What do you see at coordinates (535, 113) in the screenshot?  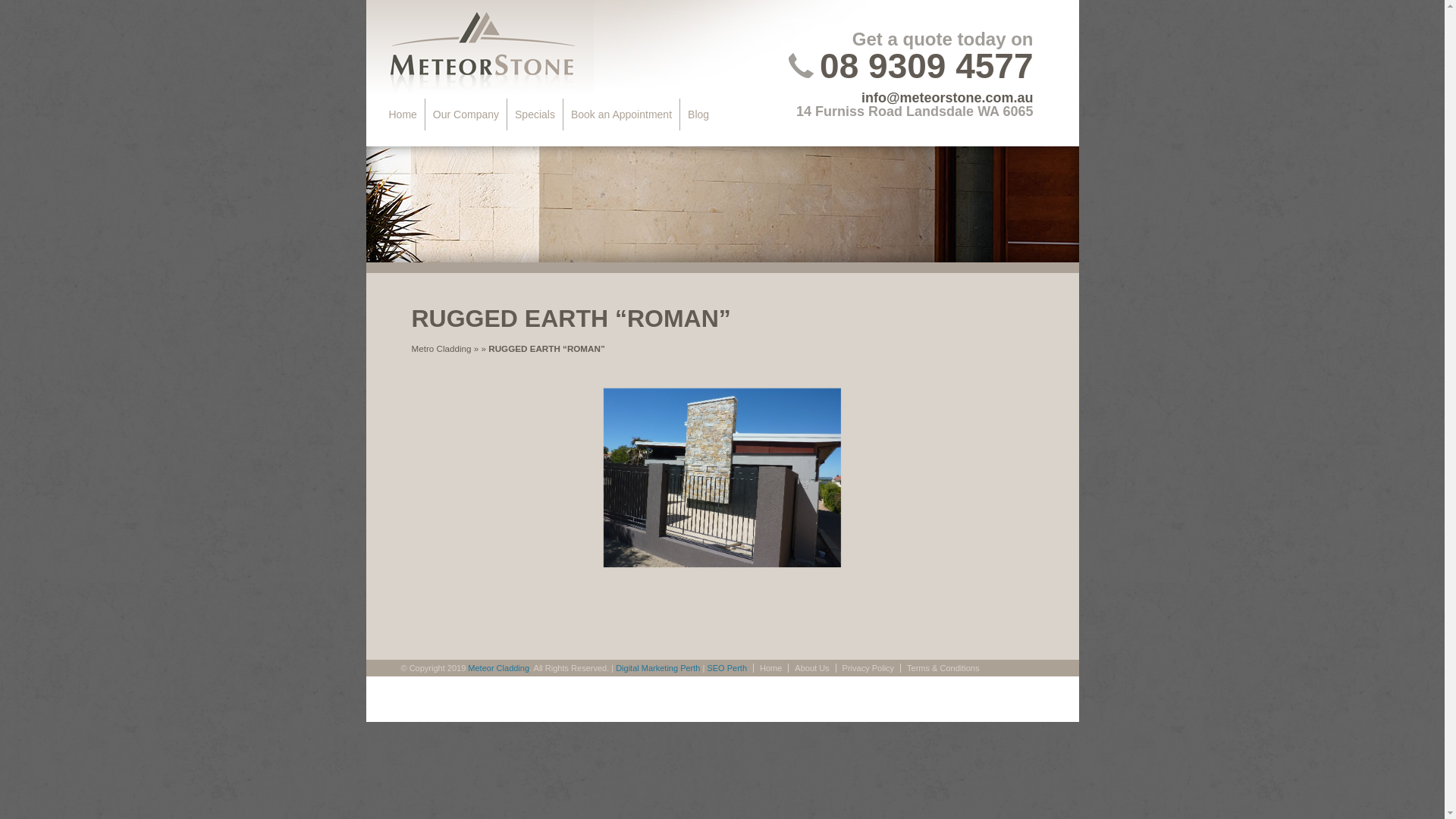 I see `'Specials'` at bounding box center [535, 113].